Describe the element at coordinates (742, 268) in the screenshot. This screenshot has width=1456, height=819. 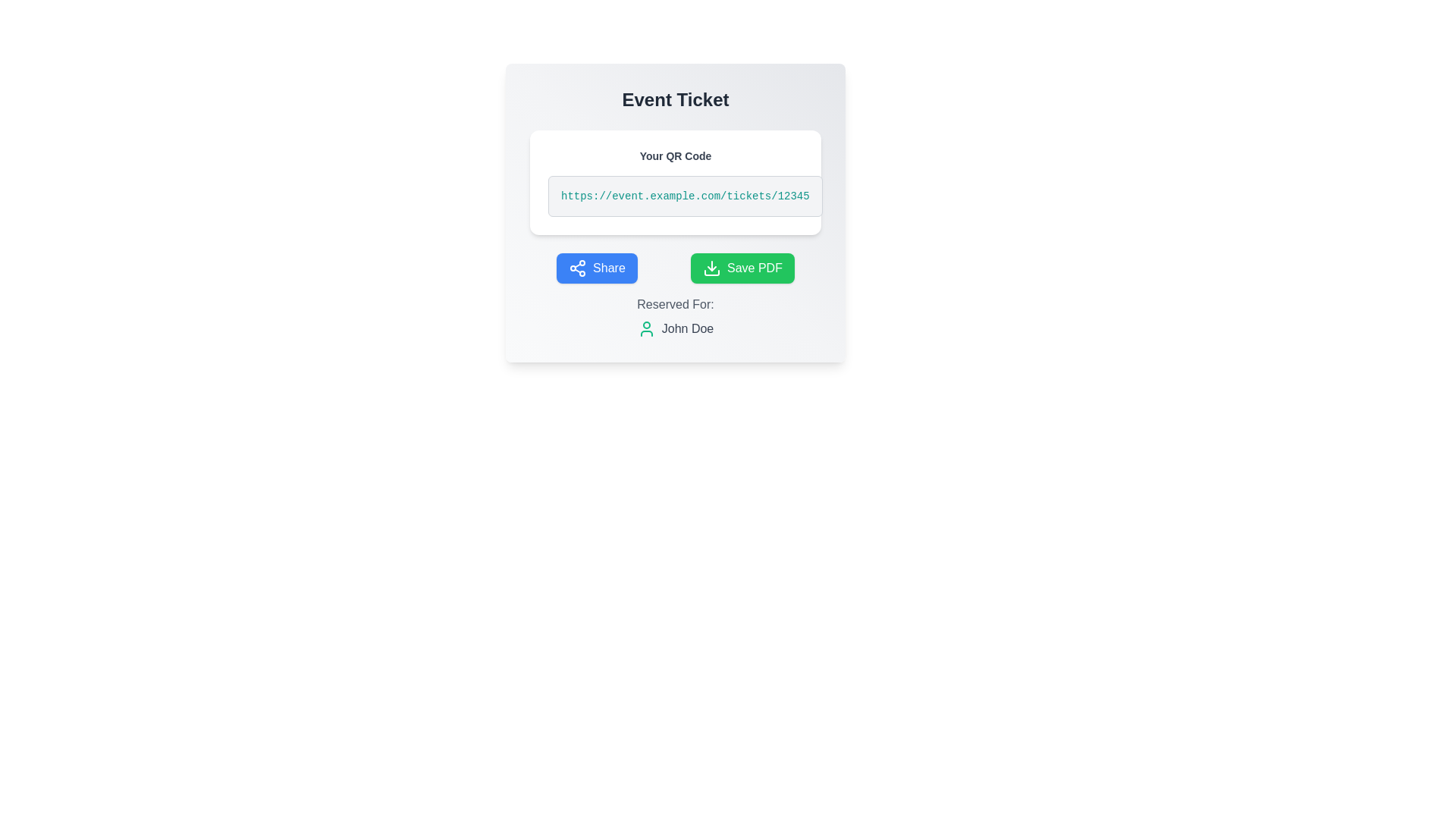
I see `the 'Save PDF' button, which is the second button in a horizontal row of two buttons at the center-bottom of the main dialog` at that location.